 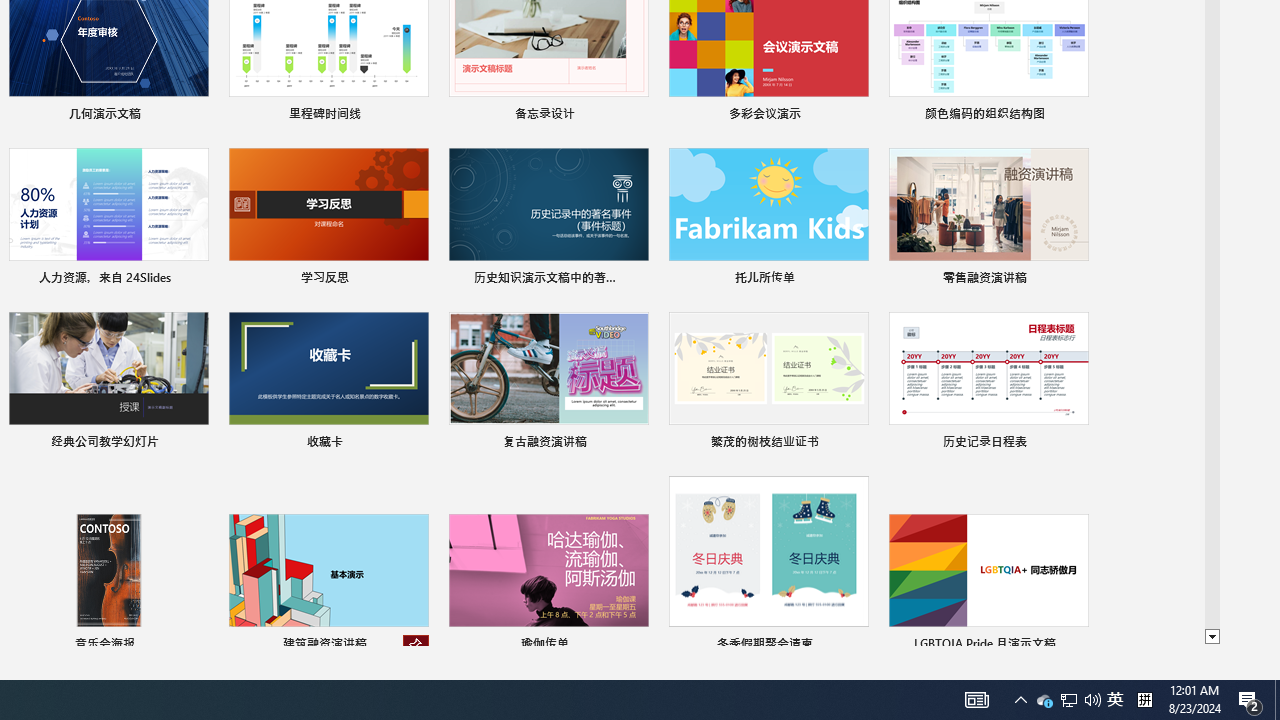 I want to click on 'Unpin from list', so click(x=415, y=645).